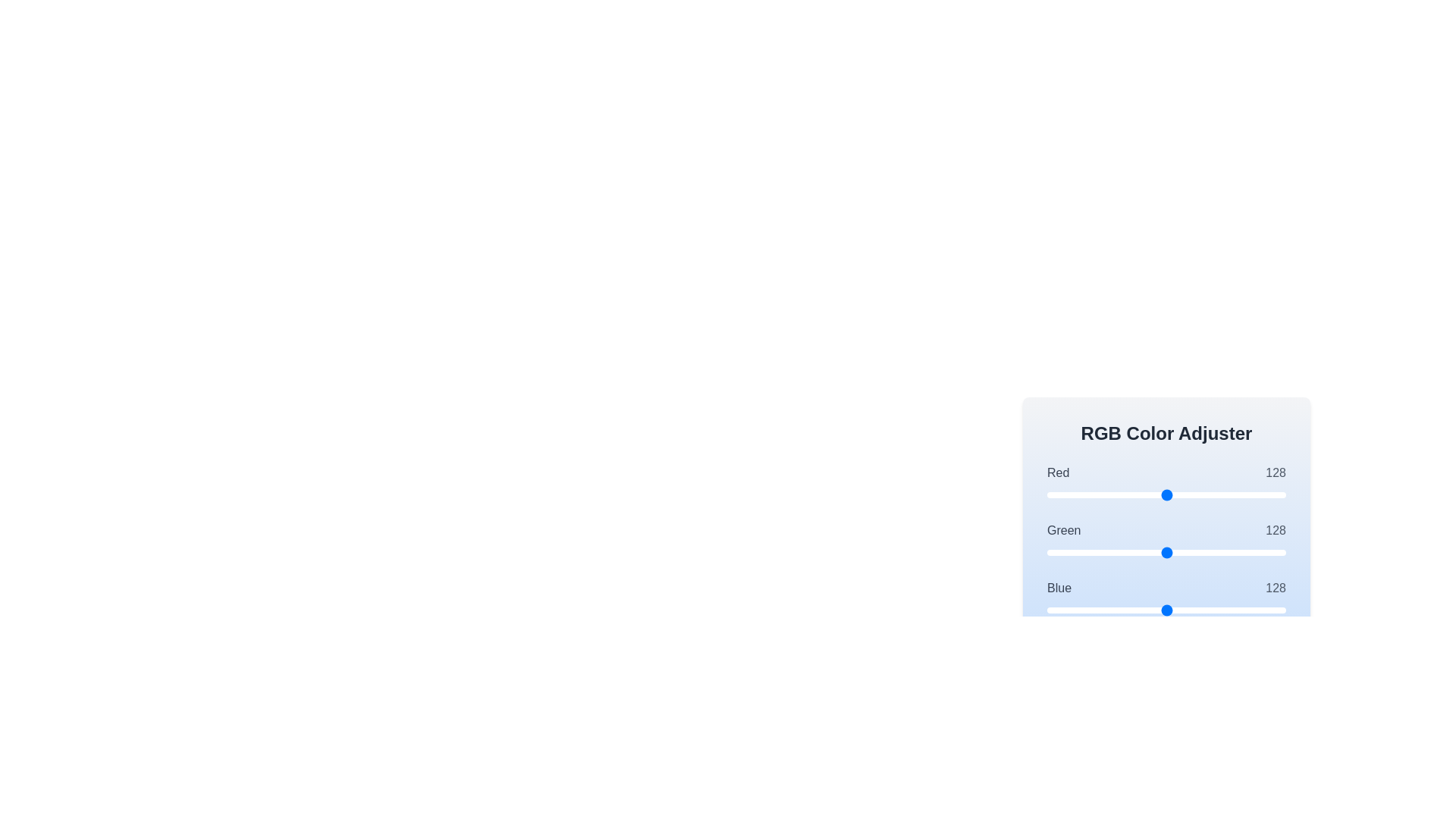 Image resolution: width=1456 pixels, height=819 pixels. What do you see at coordinates (1080, 553) in the screenshot?
I see `the green slider to 36 where value is between 0 and 255` at bounding box center [1080, 553].